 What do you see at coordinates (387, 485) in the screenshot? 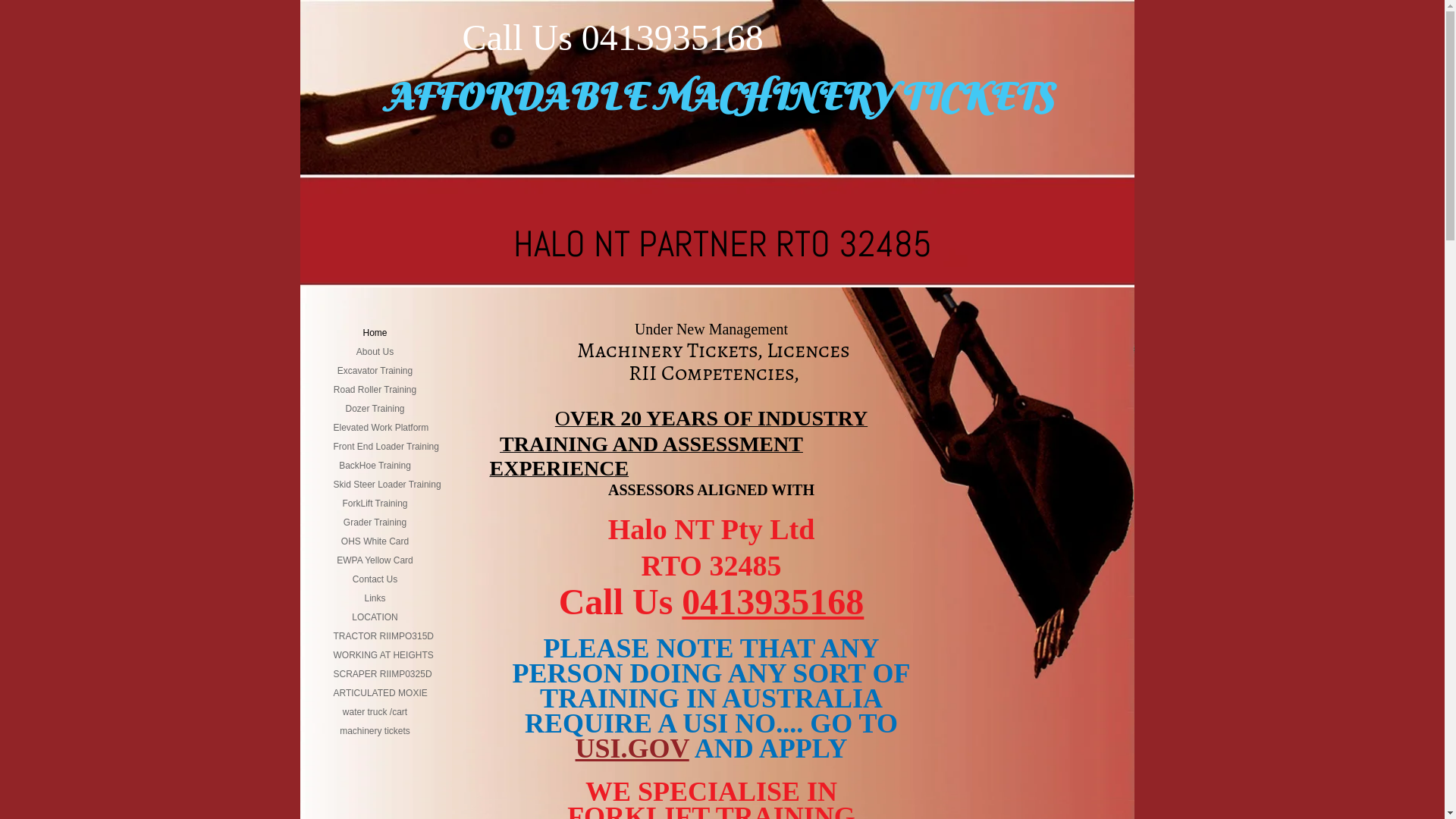
I see `'Skid Steer Loader Training'` at bounding box center [387, 485].